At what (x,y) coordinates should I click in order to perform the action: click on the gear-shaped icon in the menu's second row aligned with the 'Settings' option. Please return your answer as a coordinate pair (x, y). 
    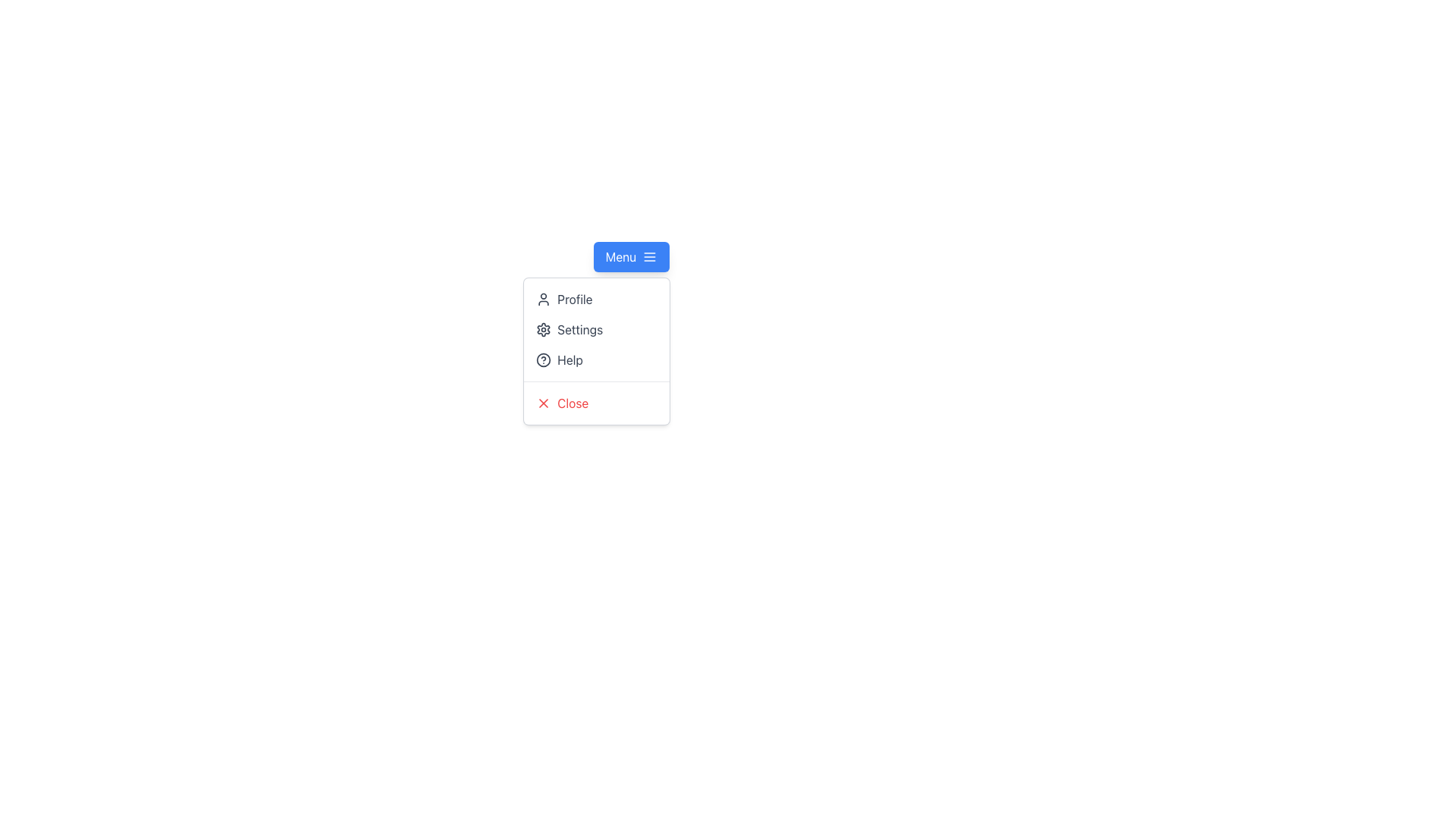
    Looking at the image, I should click on (544, 329).